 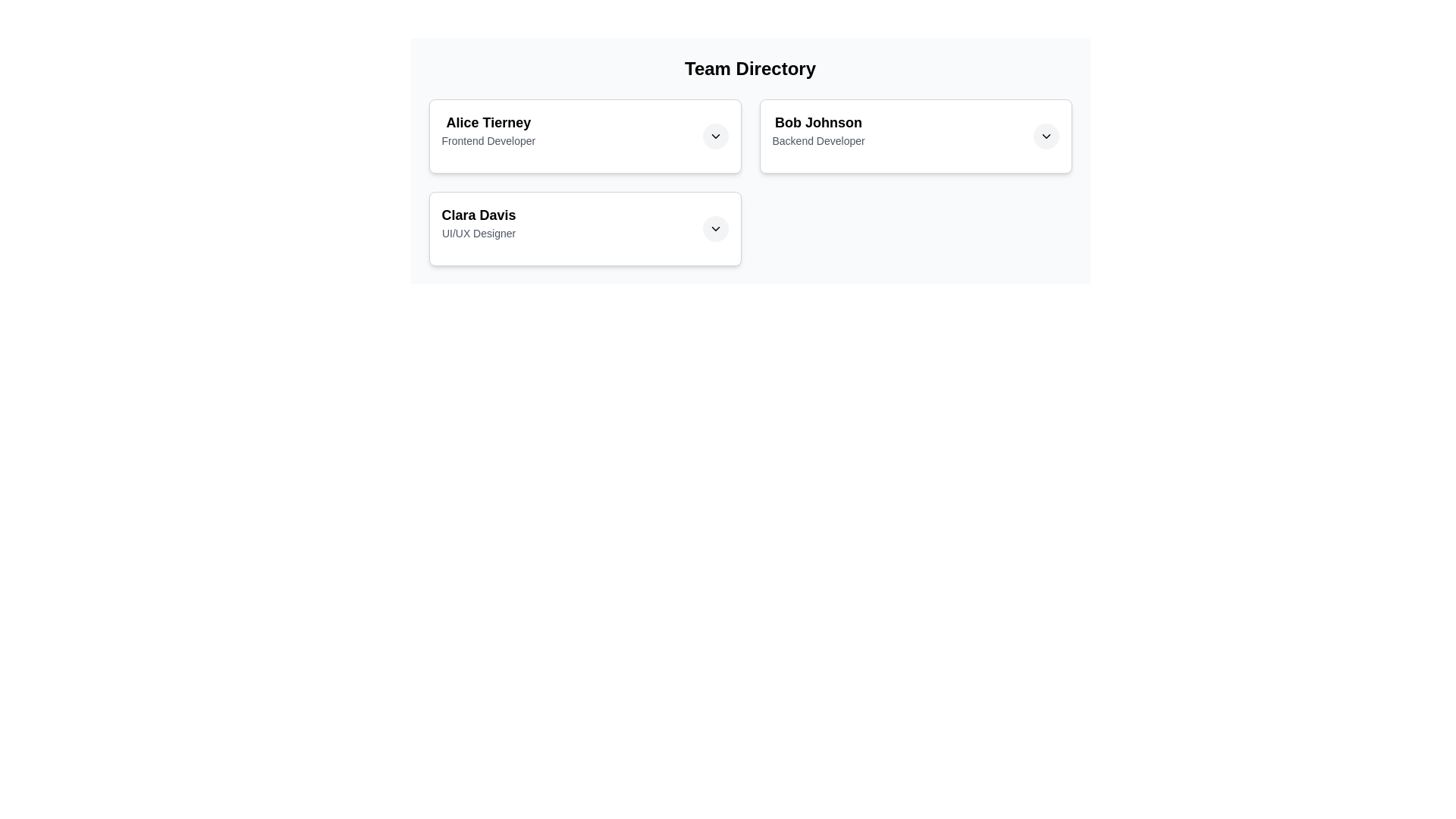 I want to click on the text label 'Alice Tierney', which is displayed in bold and larger font at the top of a rectangular card, representing a team member's name, so click(x=488, y=122).